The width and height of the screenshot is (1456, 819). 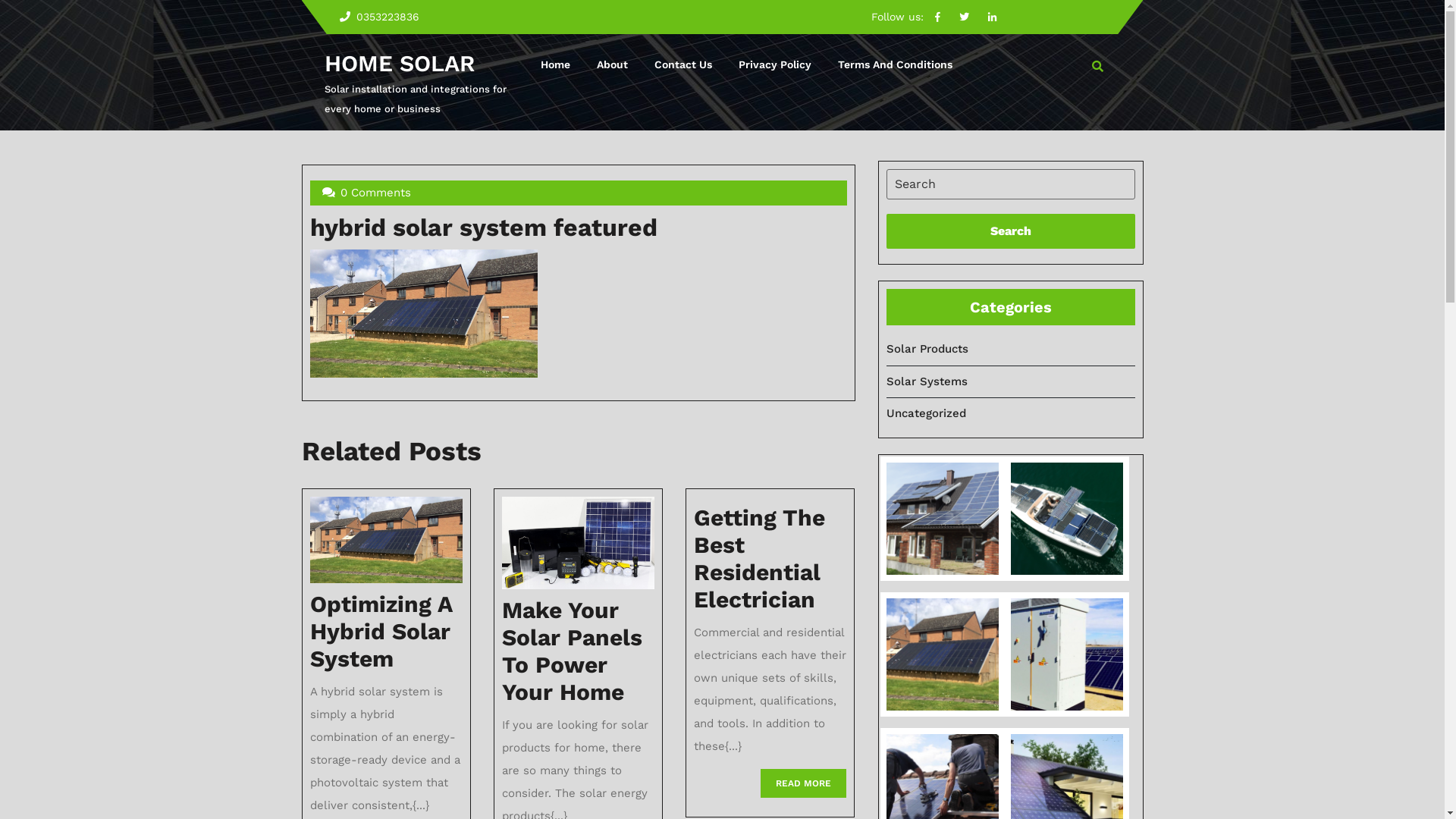 What do you see at coordinates (369, 17) in the screenshot?
I see `'0353223836` at bounding box center [369, 17].